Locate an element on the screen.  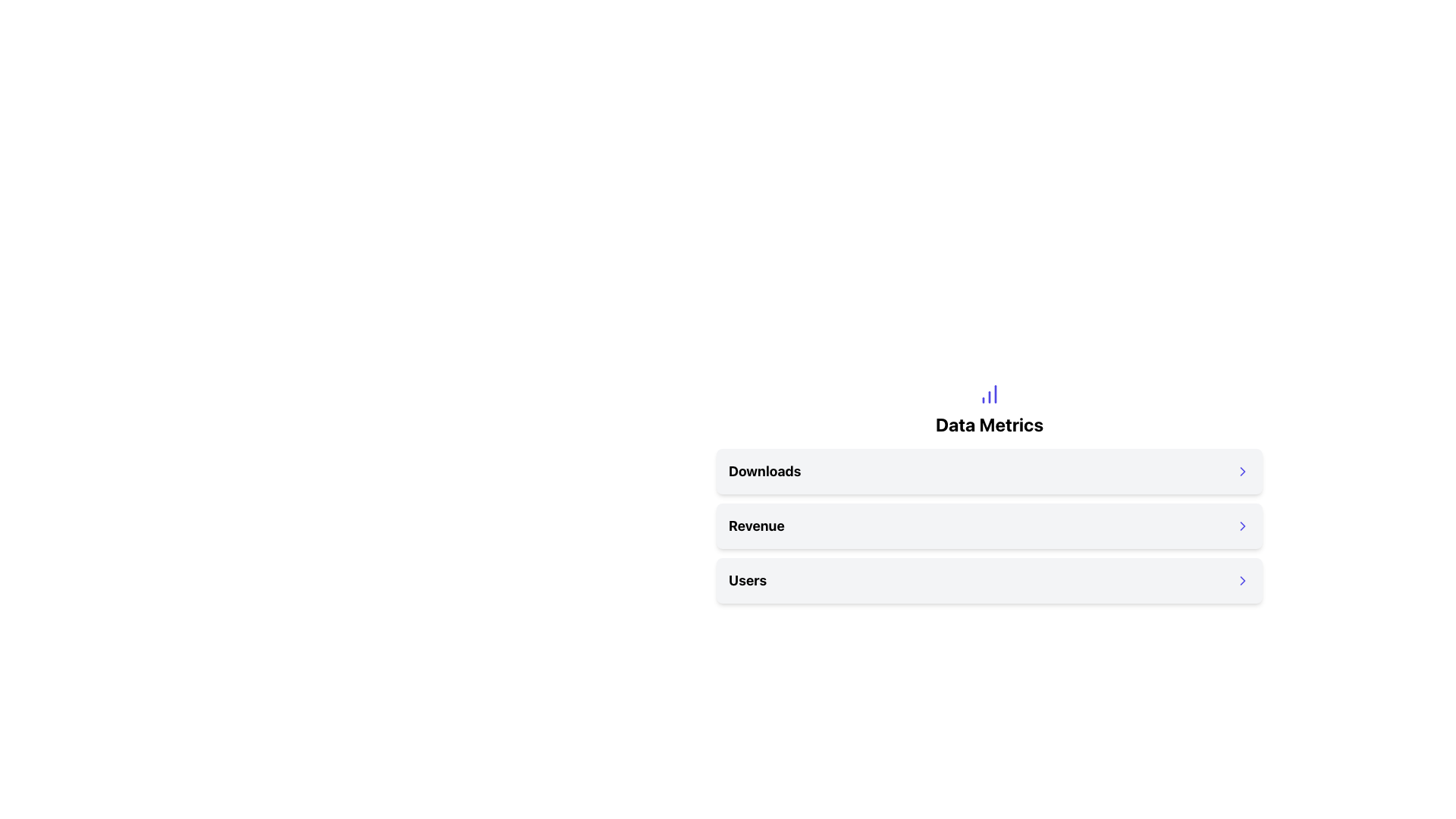
text label 'Downloads', which is styled prominently in bold and larger size, located in the top row of a vertically stacked list of items is located at coordinates (764, 470).